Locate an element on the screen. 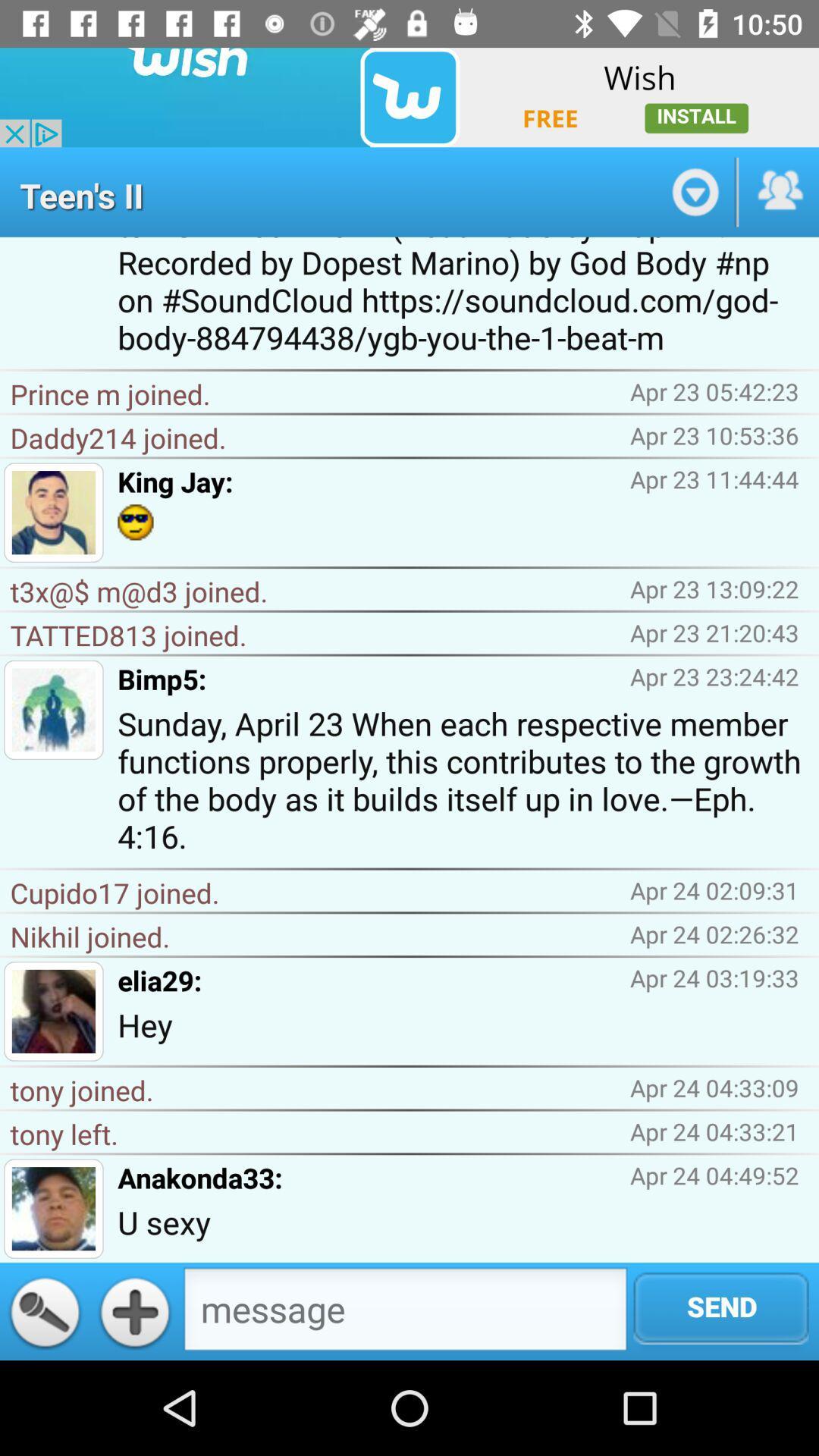 This screenshot has width=819, height=1456. type message is located at coordinates (404, 1312).